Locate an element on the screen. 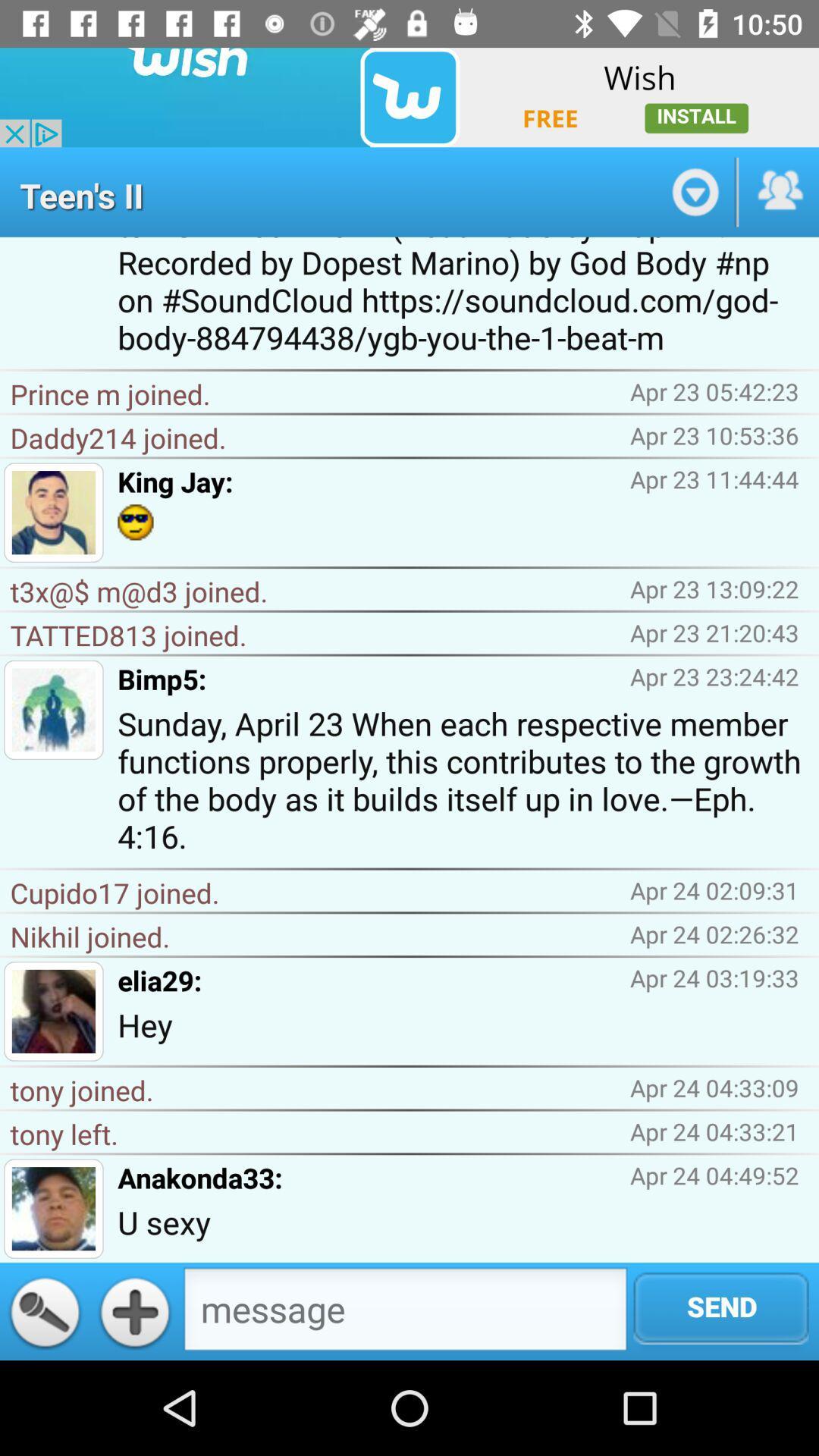 This screenshot has width=819, height=1456. type message is located at coordinates (404, 1312).